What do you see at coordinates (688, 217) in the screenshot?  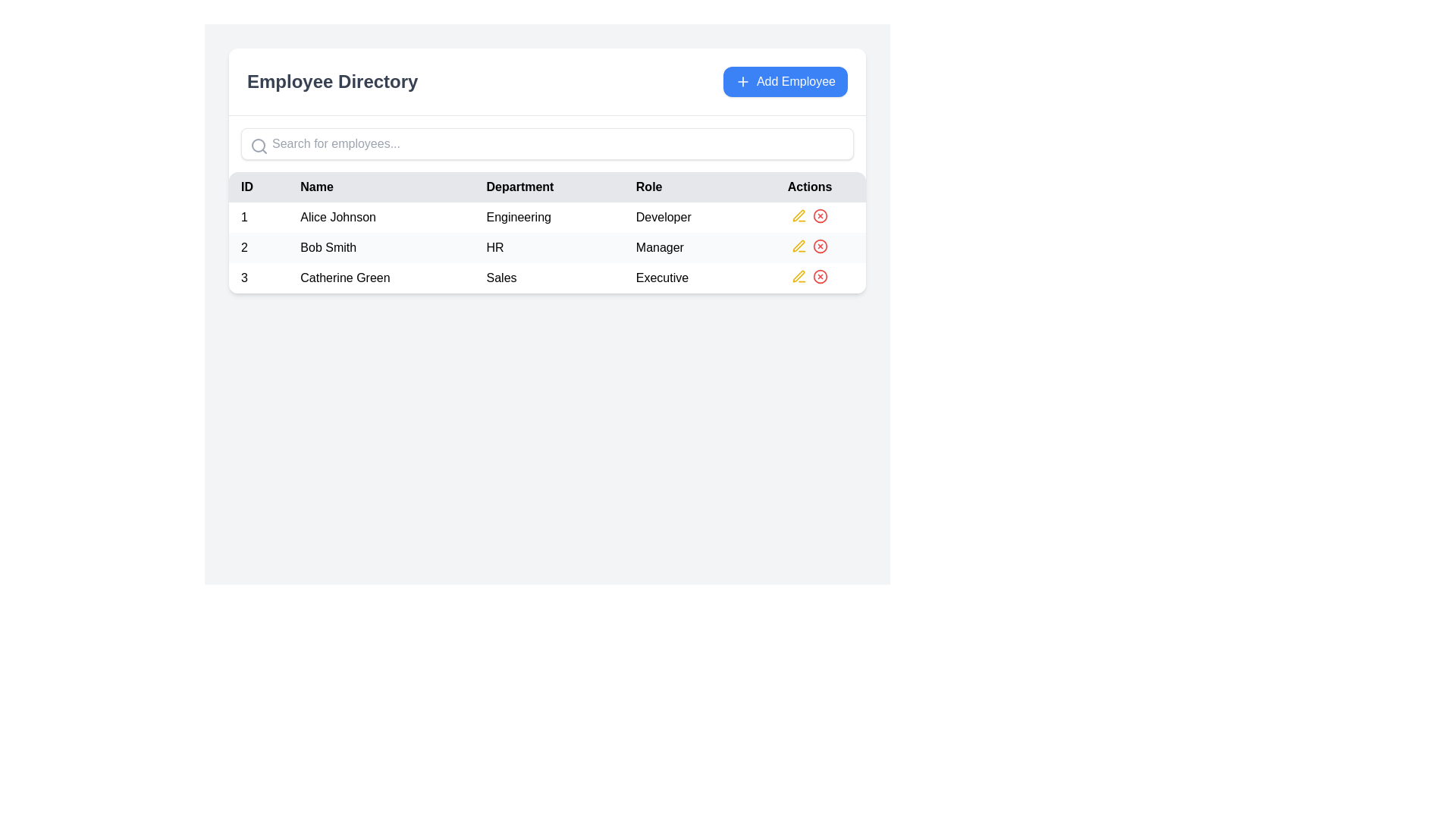 I see `the static text label indicating the role of 'Alice Johnson' in the 'Engineering' department, located in the 'Role' column of the first row of the table` at bounding box center [688, 217].